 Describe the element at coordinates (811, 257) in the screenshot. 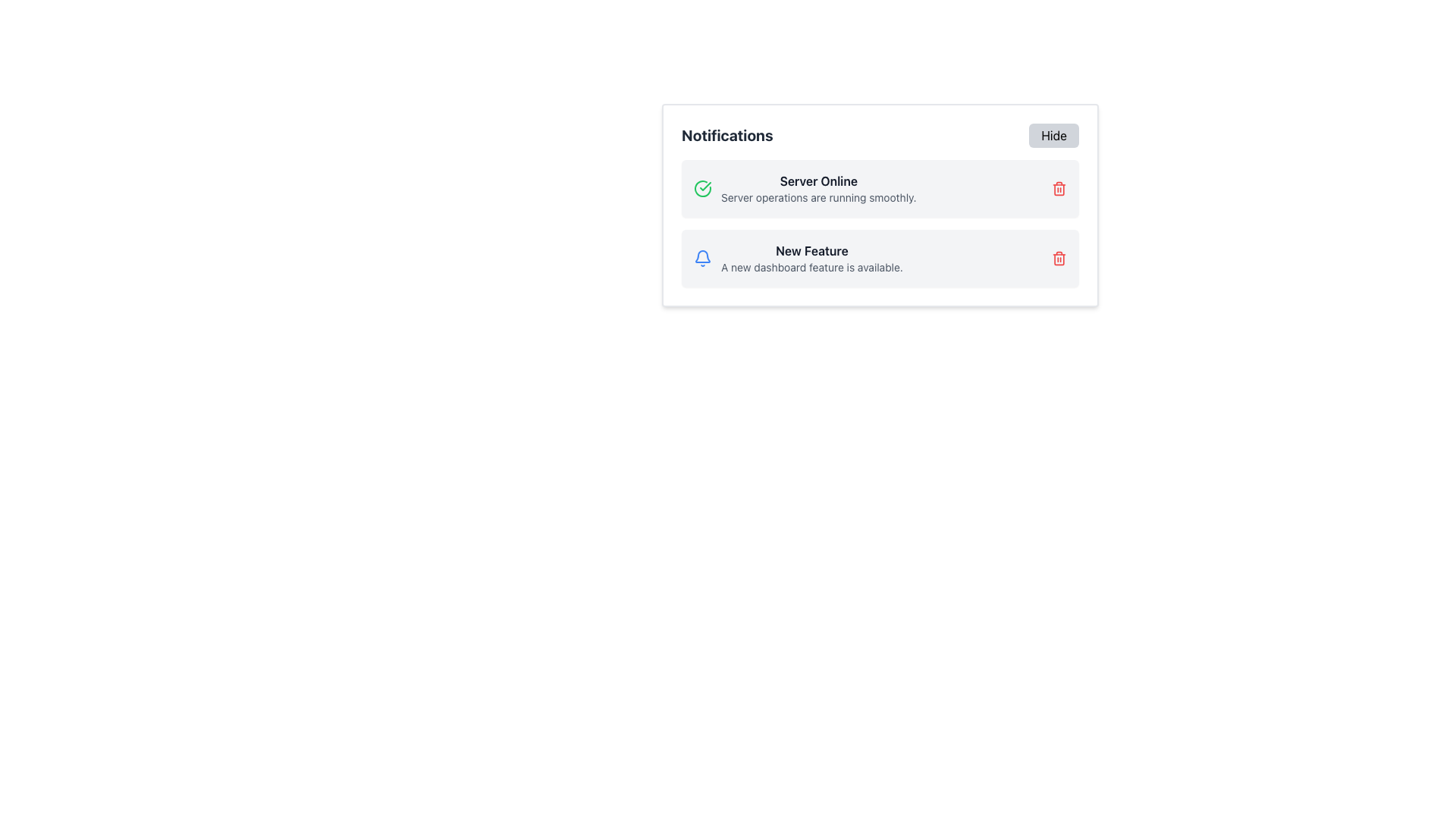

I see `the Text Description Block that communicates a new feature notification, located in the lower notification item of the Notifications section` at that location.